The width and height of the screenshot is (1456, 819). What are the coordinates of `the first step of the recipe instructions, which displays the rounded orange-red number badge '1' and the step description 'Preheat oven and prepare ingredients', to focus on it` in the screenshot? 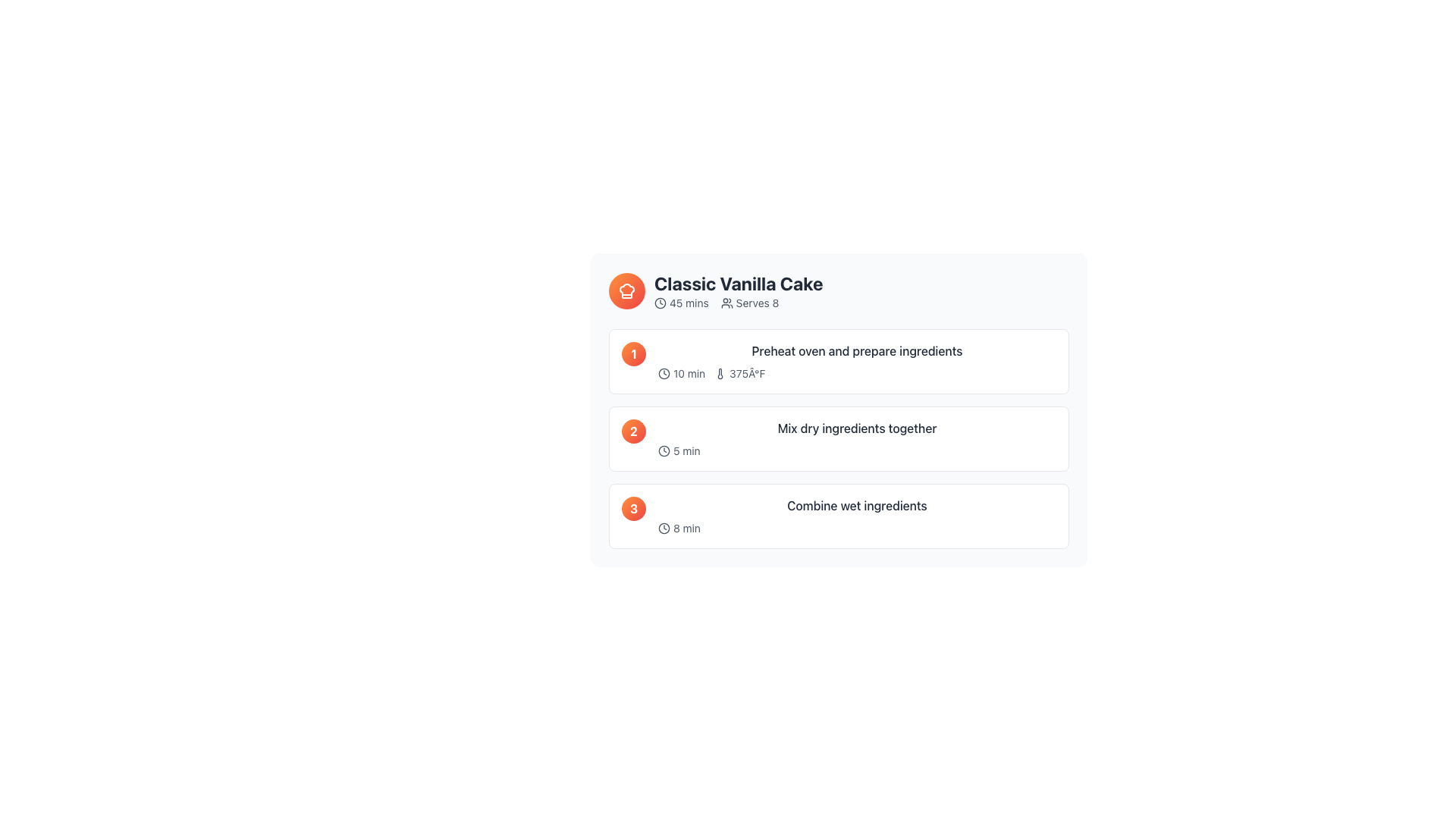 It's located at (838, 362).